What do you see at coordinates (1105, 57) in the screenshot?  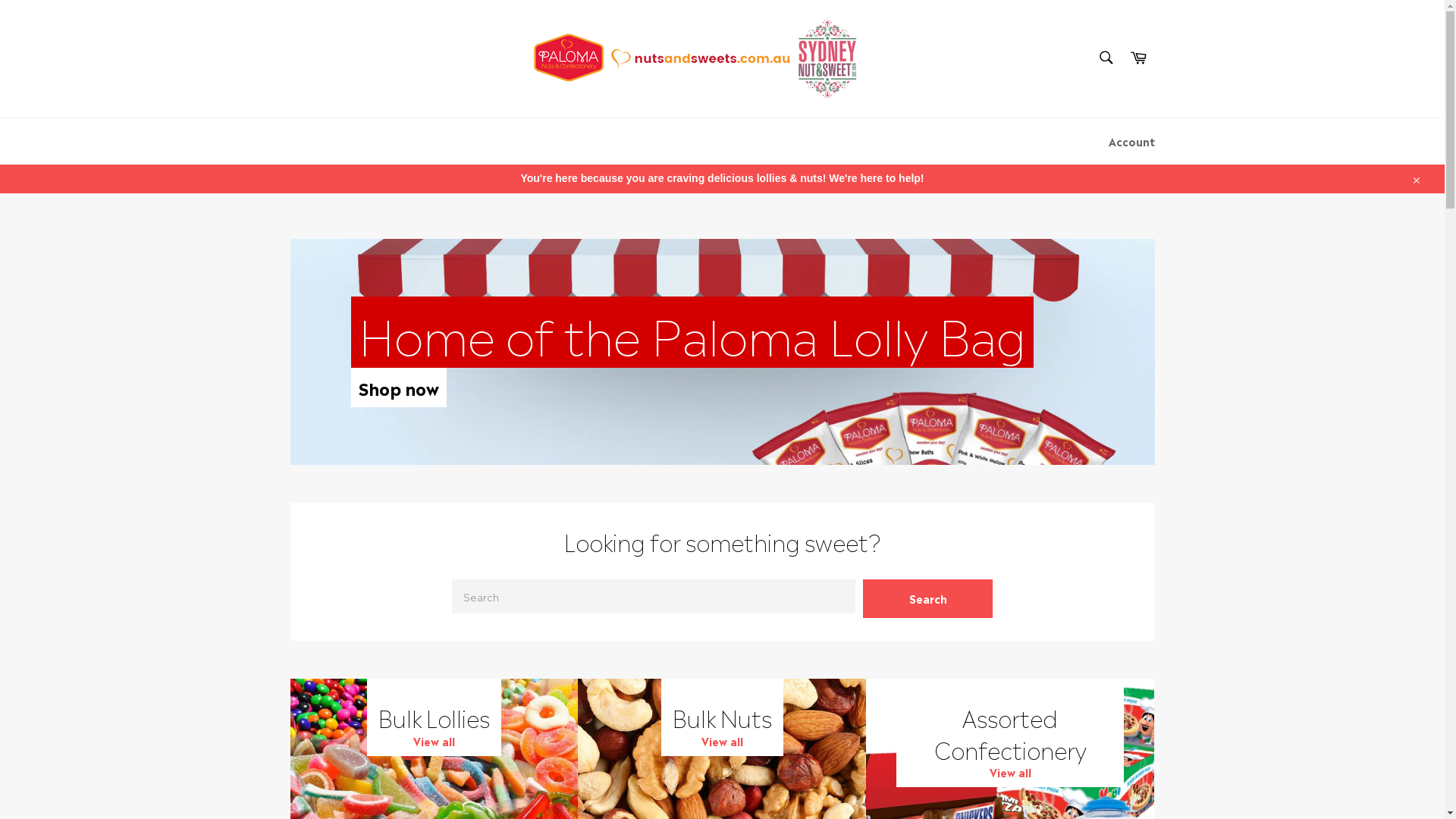 I see `'Search'` at bounding box center [1105, 57].